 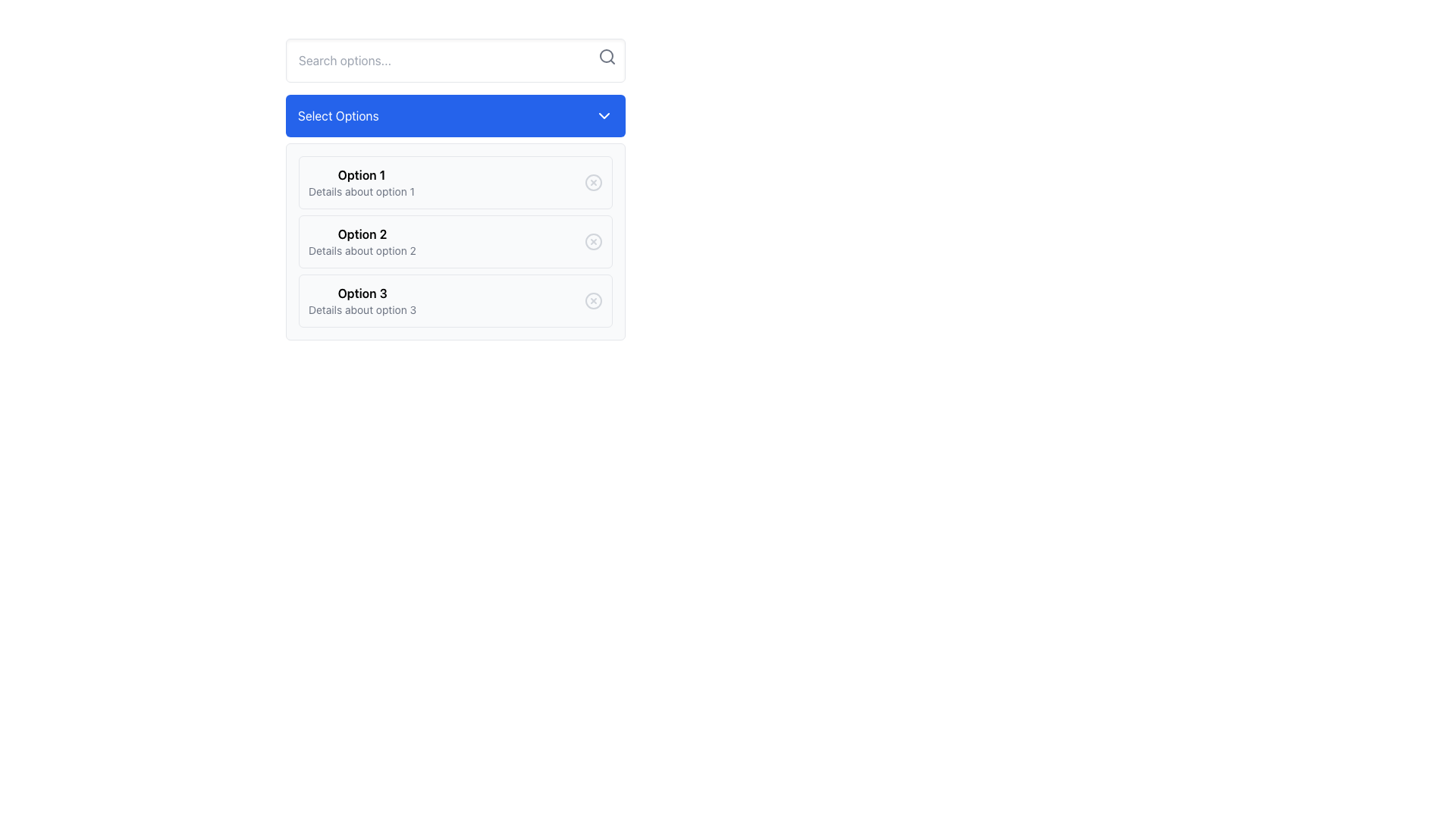 I want to click on the Decorative Icon located in the second option block aligned with 'Option 2' on the right side, which serves as a status indicator, so click(x=592, y=241).